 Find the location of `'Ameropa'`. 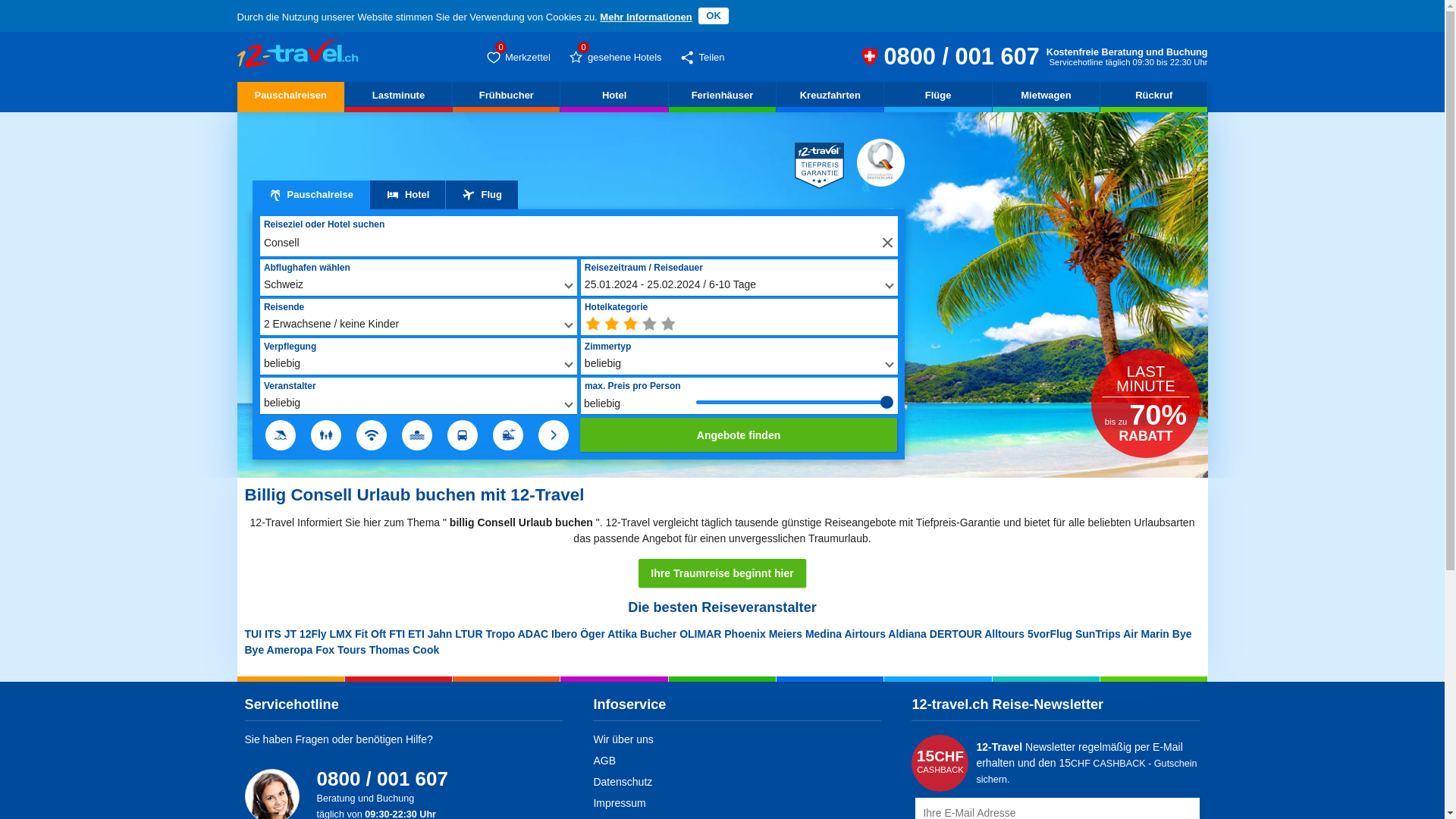

'Ameropa' is located at coordinates (290, 648).